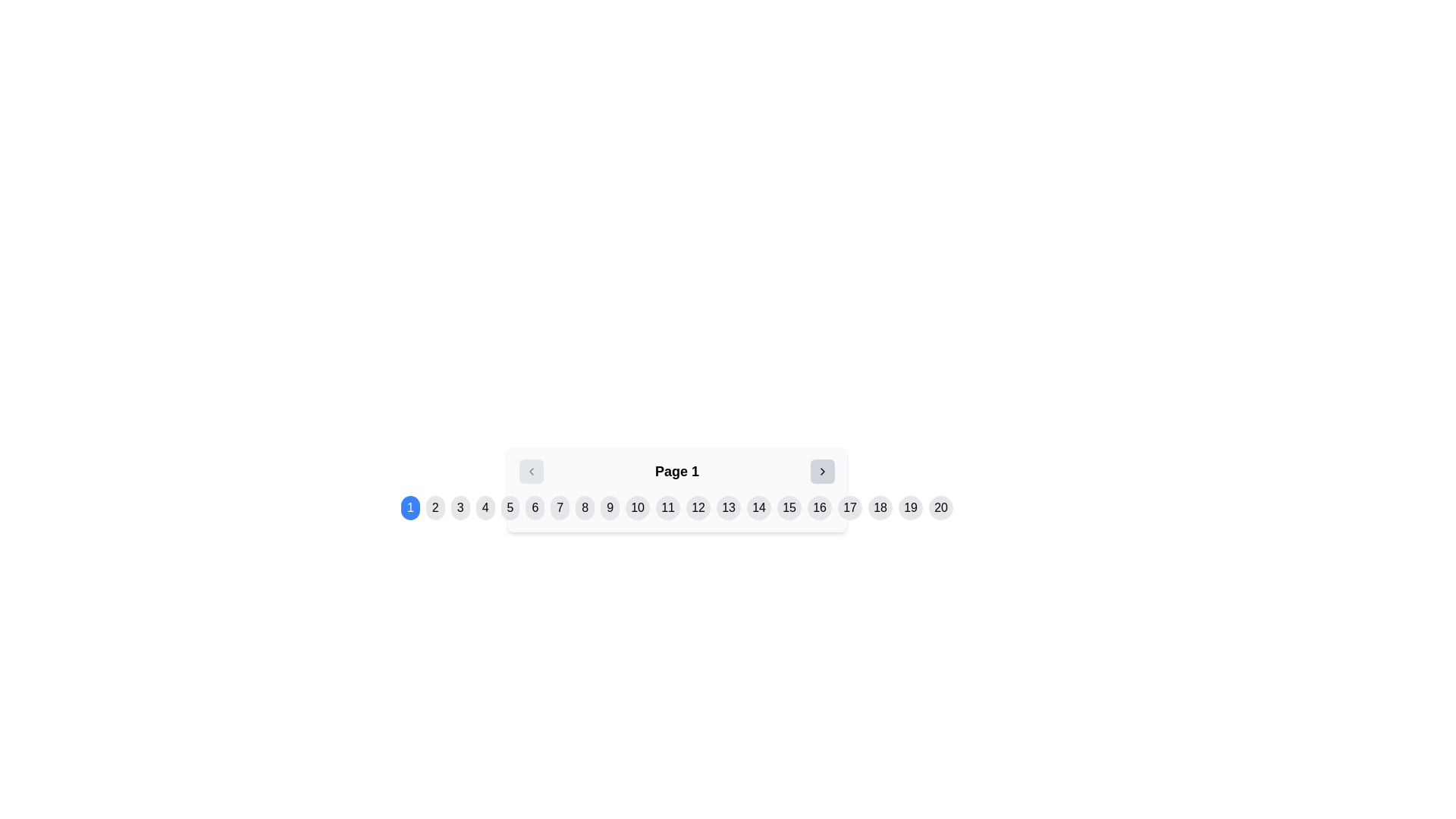 The height and width of the screenshot is (819, 1456). Describe the element at coordinates (435, 508) in the screenshot. I see `the second navigation button, which is located to the immediate right of the button labeled '1'` at that location.